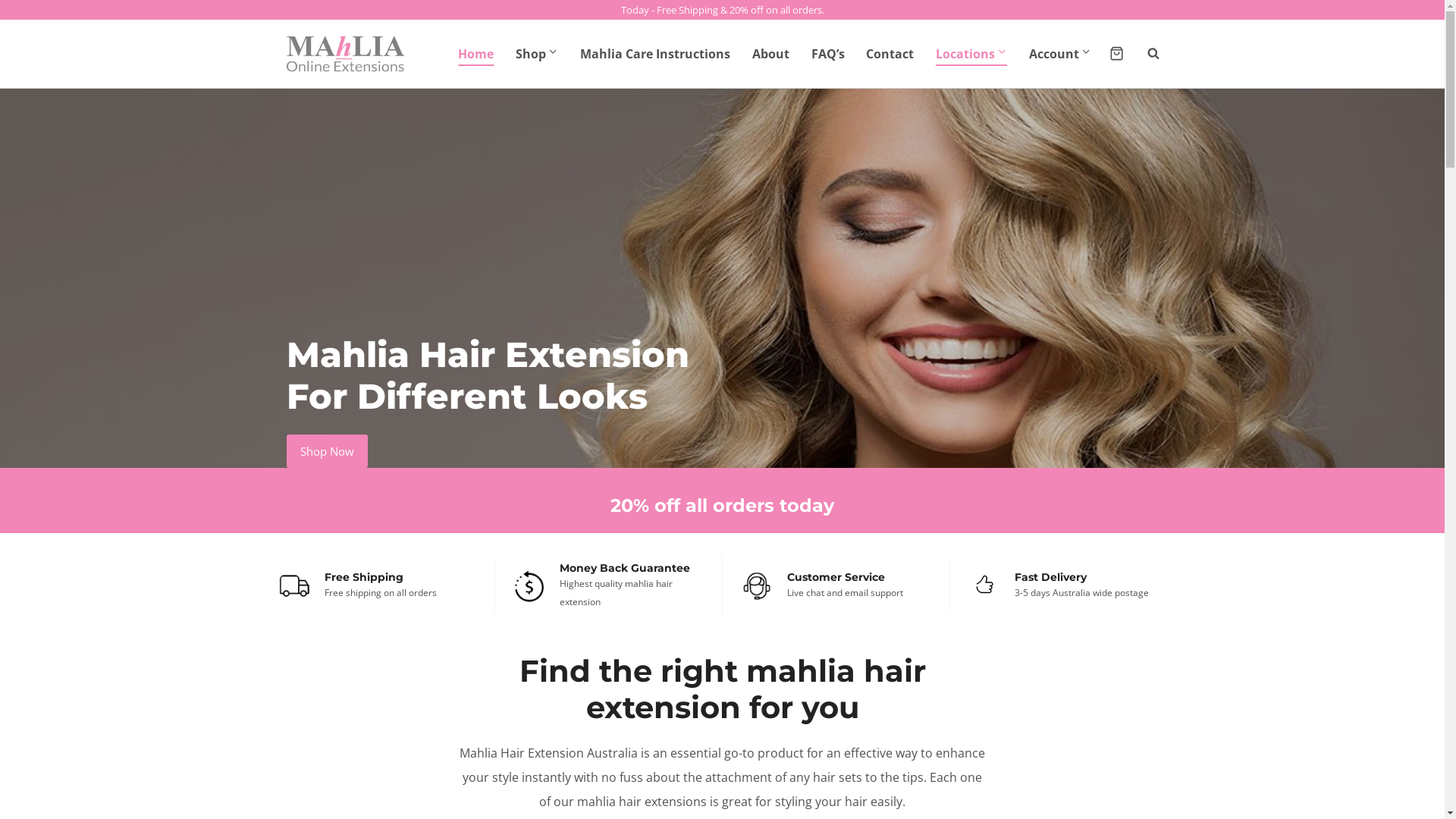  Describe the element at coordinates (475, 52) in the screenshot. I see `'Home'` at that location.